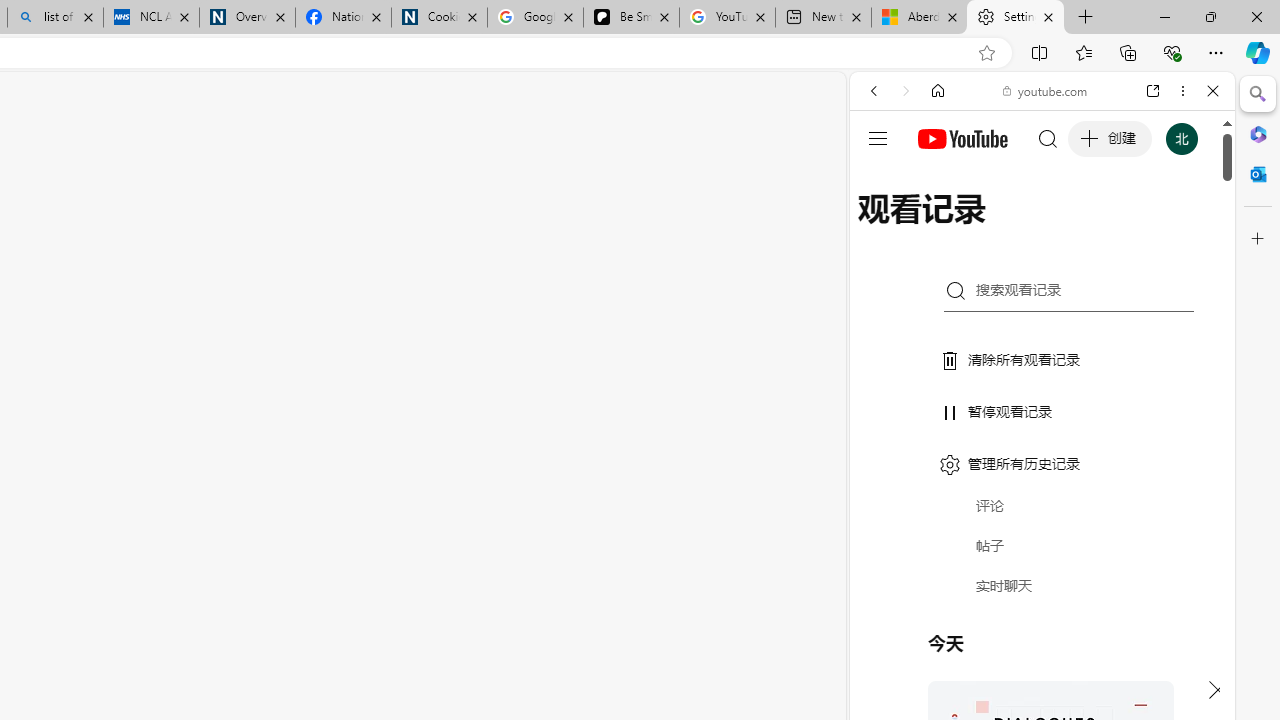 This screenshot has width=1280, height=720. What do you see at coordinates (438, 17) in the screenshot?
I see `'Cookies'` at bounding box center [438, 17].